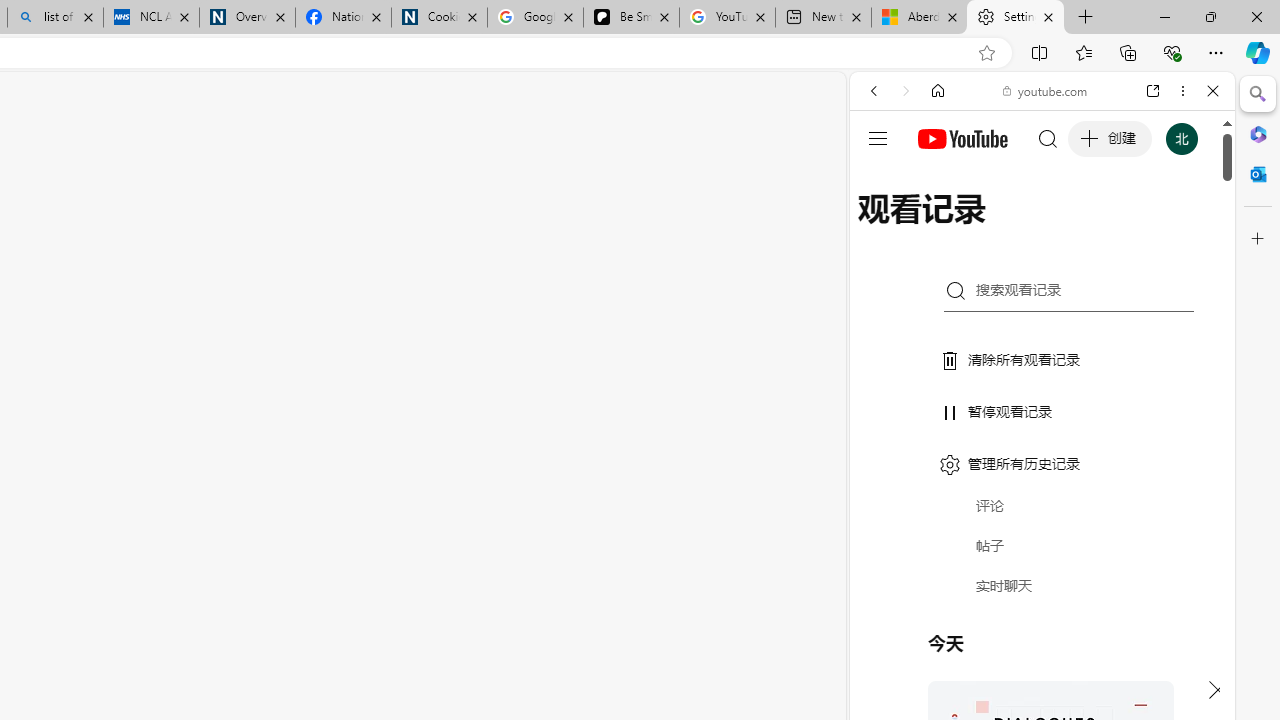 This screenshot has width=1280, height=720. What do you see at coordinates (438, 17) in the screenshot?
I see `'Cookies'` at bounding box center [438, 17].